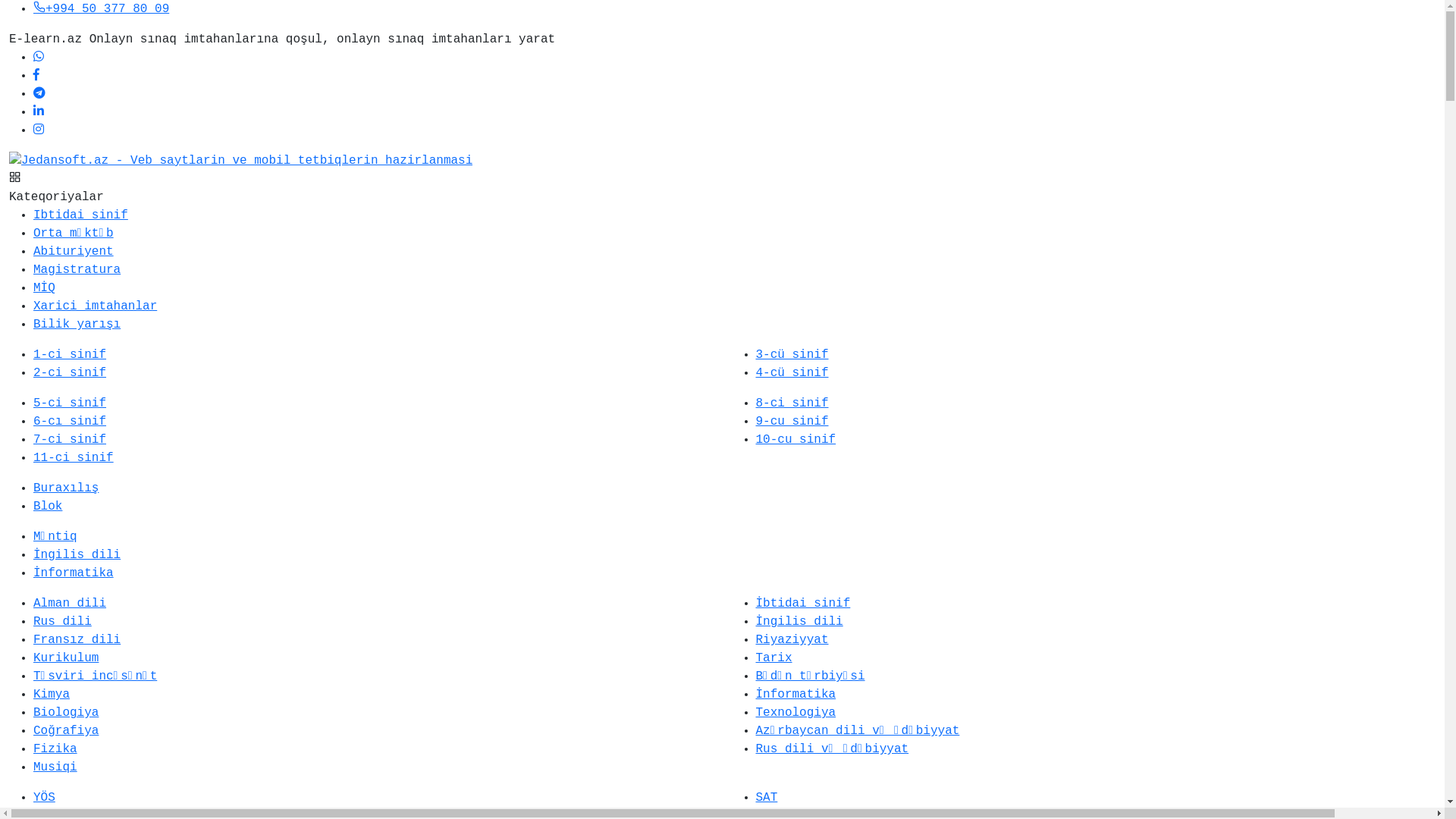  Describe the element at coordinates (790, 403) in the screenshot. I see `'8-ci sinif'` at that location.